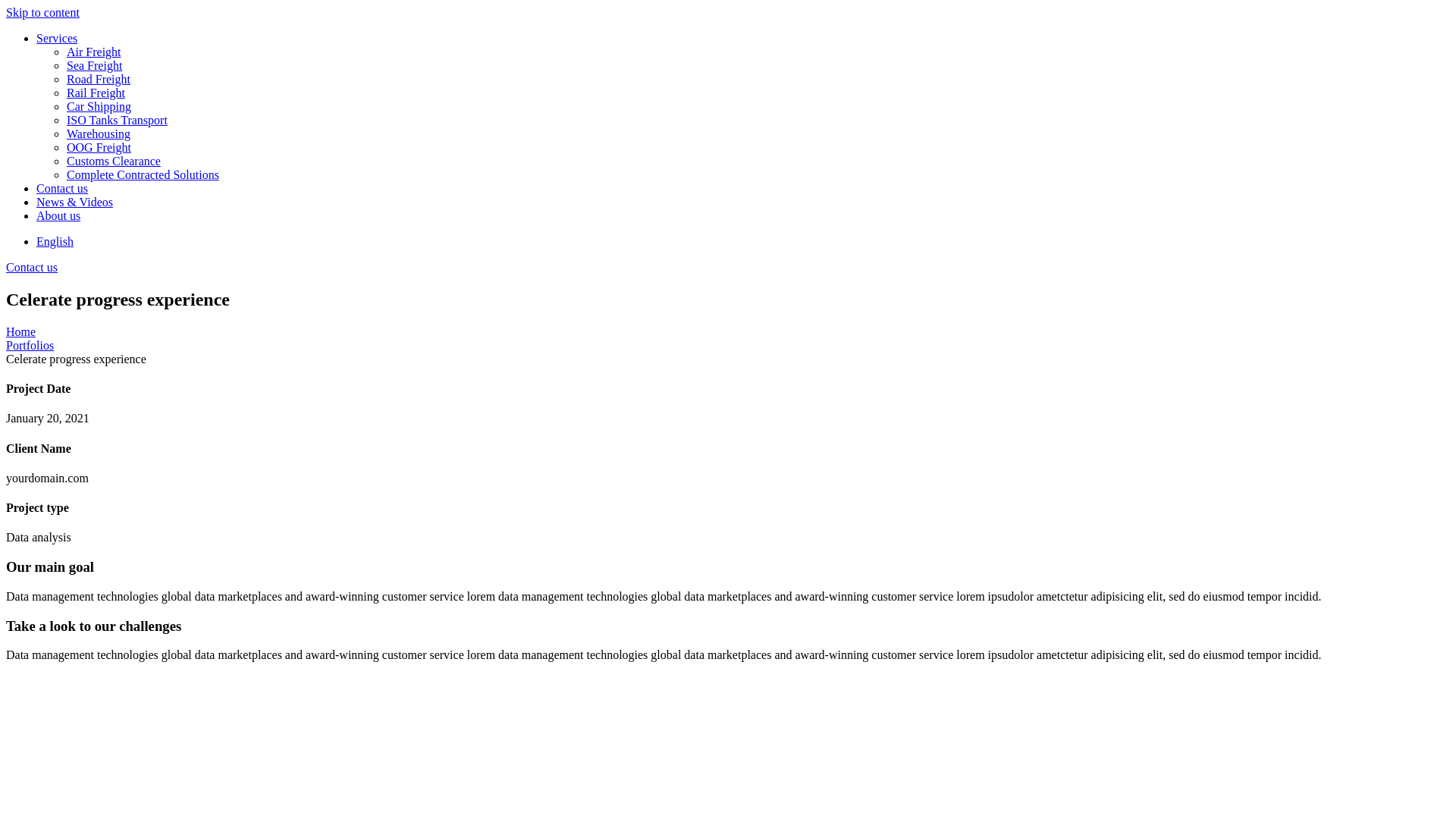 The height and width of the screenshot is (819, 1456). Describe the element at coordinates (65, 93) in the screenshot. I see `'Rail Freight'` at that location.